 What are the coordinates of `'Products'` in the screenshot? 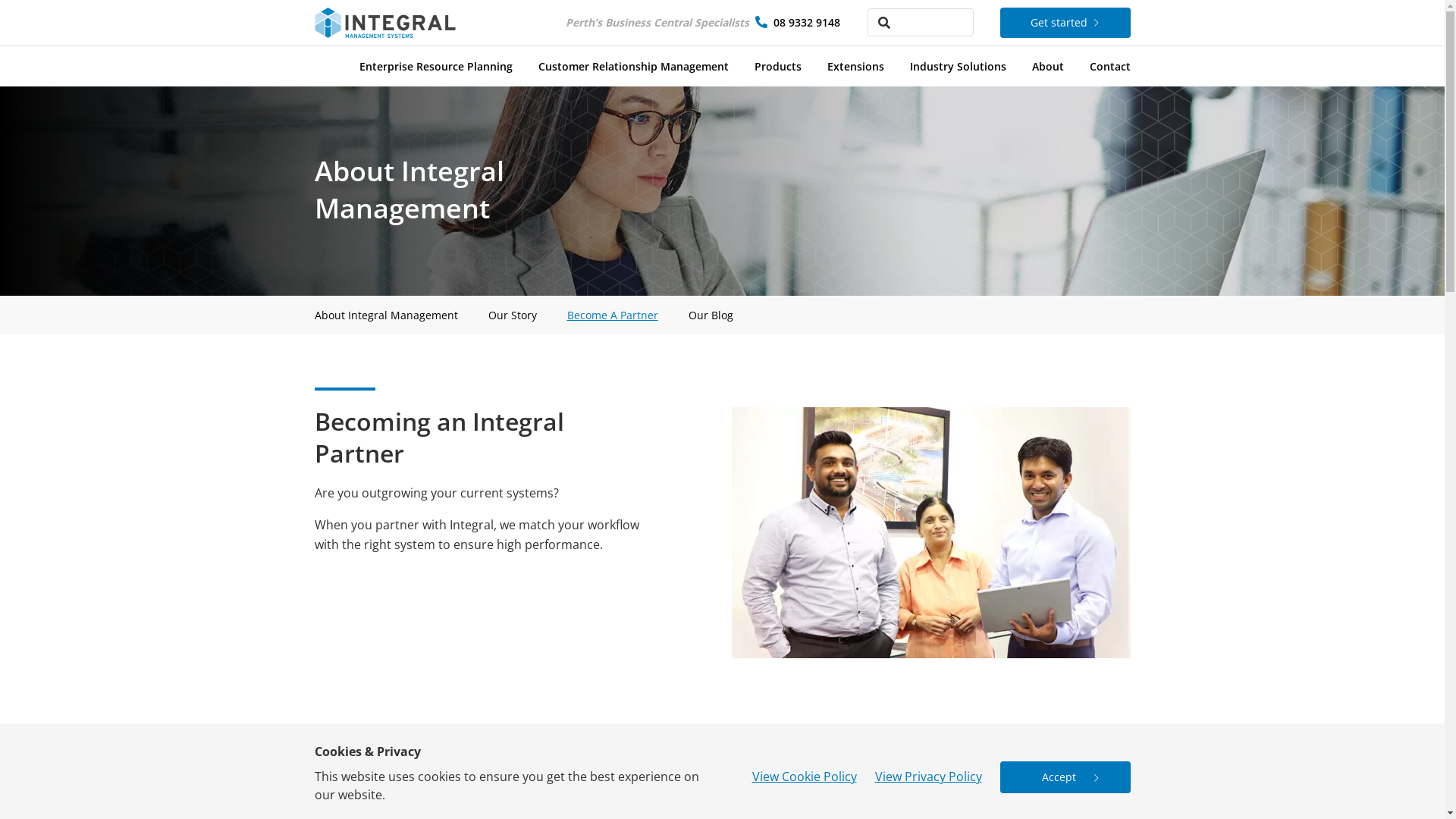 It's located at (777, 62).